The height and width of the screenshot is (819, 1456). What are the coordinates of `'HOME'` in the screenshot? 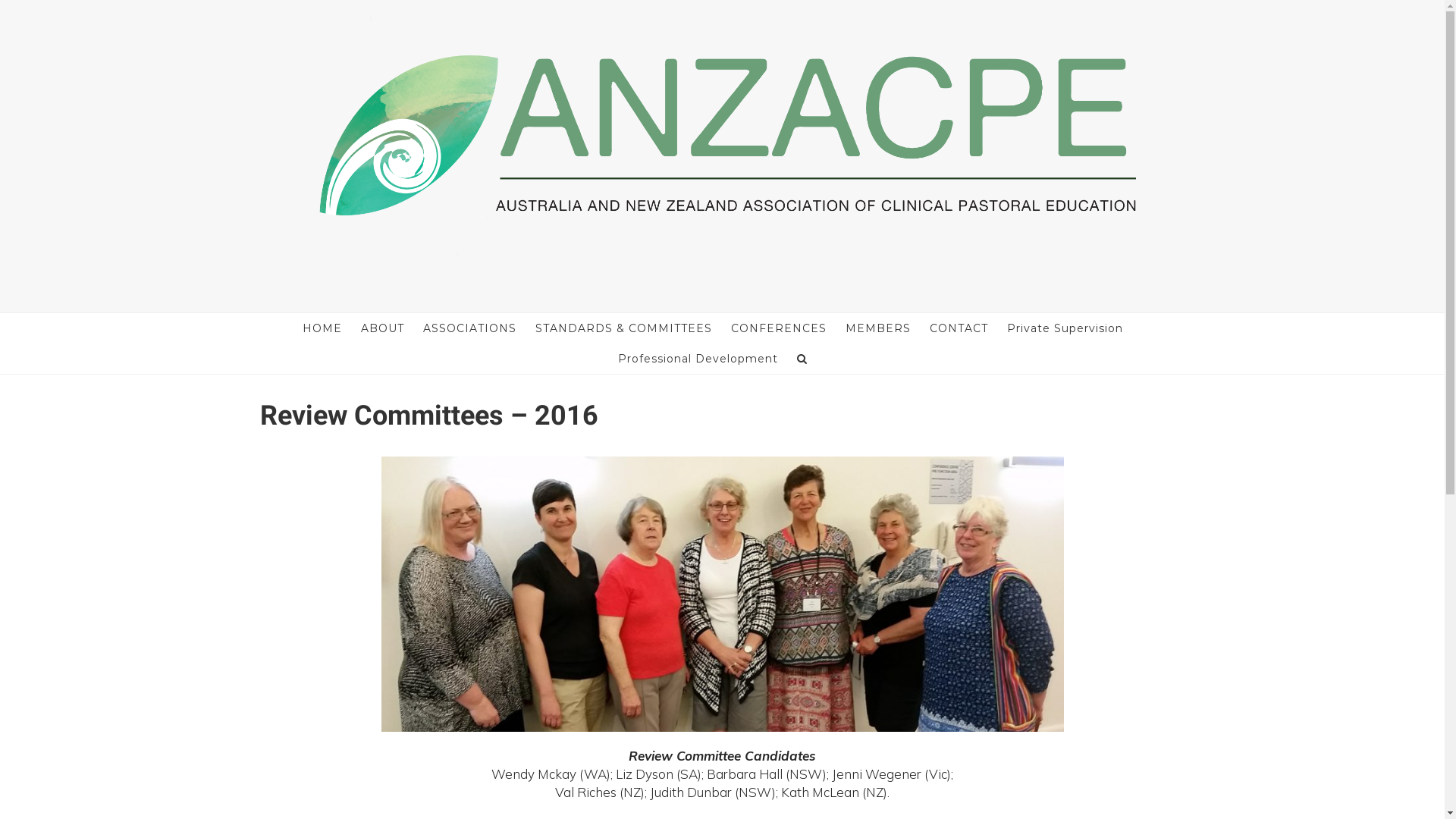 It's located at (322, 327).